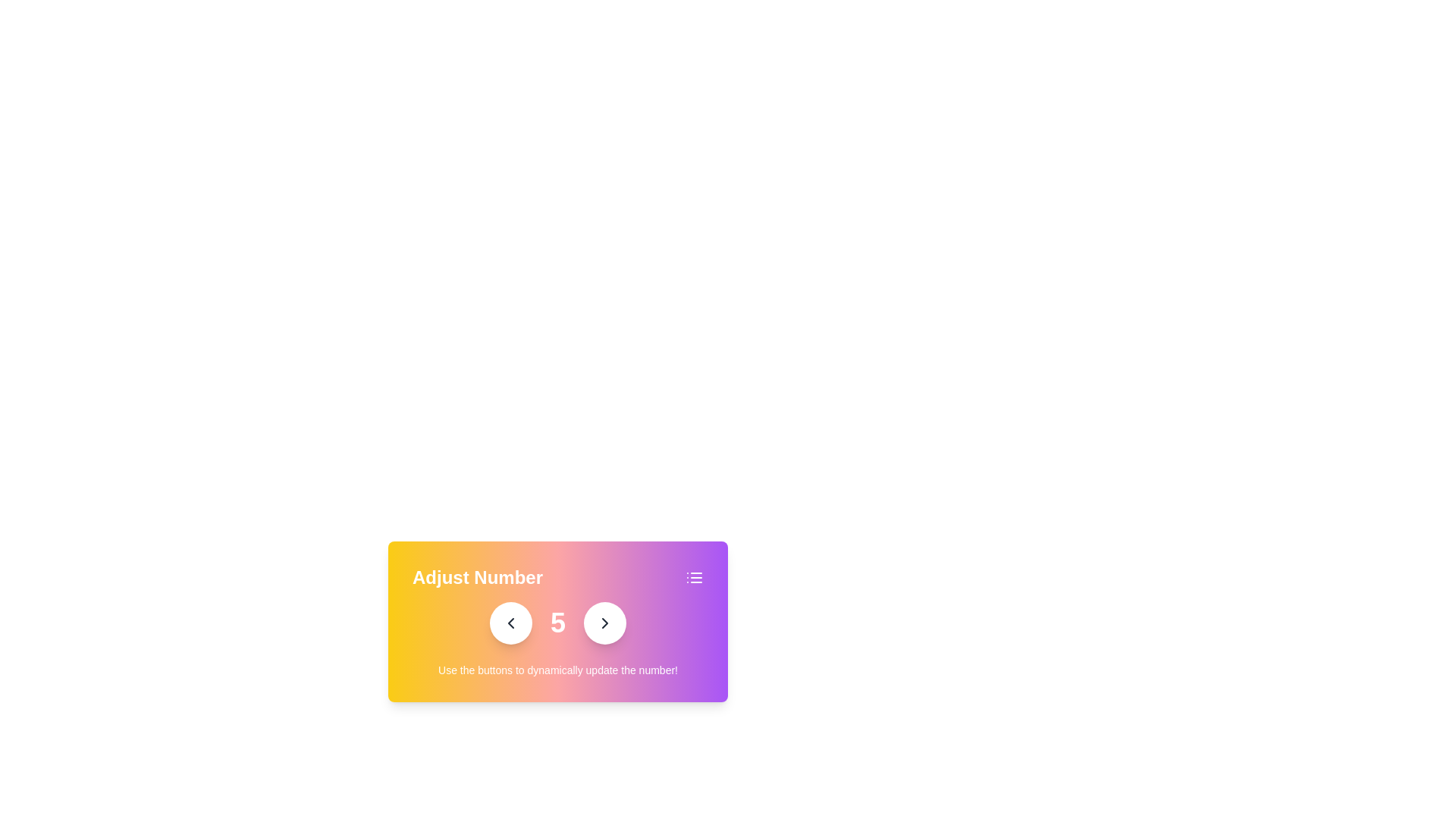 Image resolution: width=1456 pixels, height=819 pixels. What do you see at coordinates (476, 578) in the screenshot?
I see `the static text label that describes the purpose of the related interface components below it, specifically the label titled 'Adjust Number'` at bounding box center [476, 578].